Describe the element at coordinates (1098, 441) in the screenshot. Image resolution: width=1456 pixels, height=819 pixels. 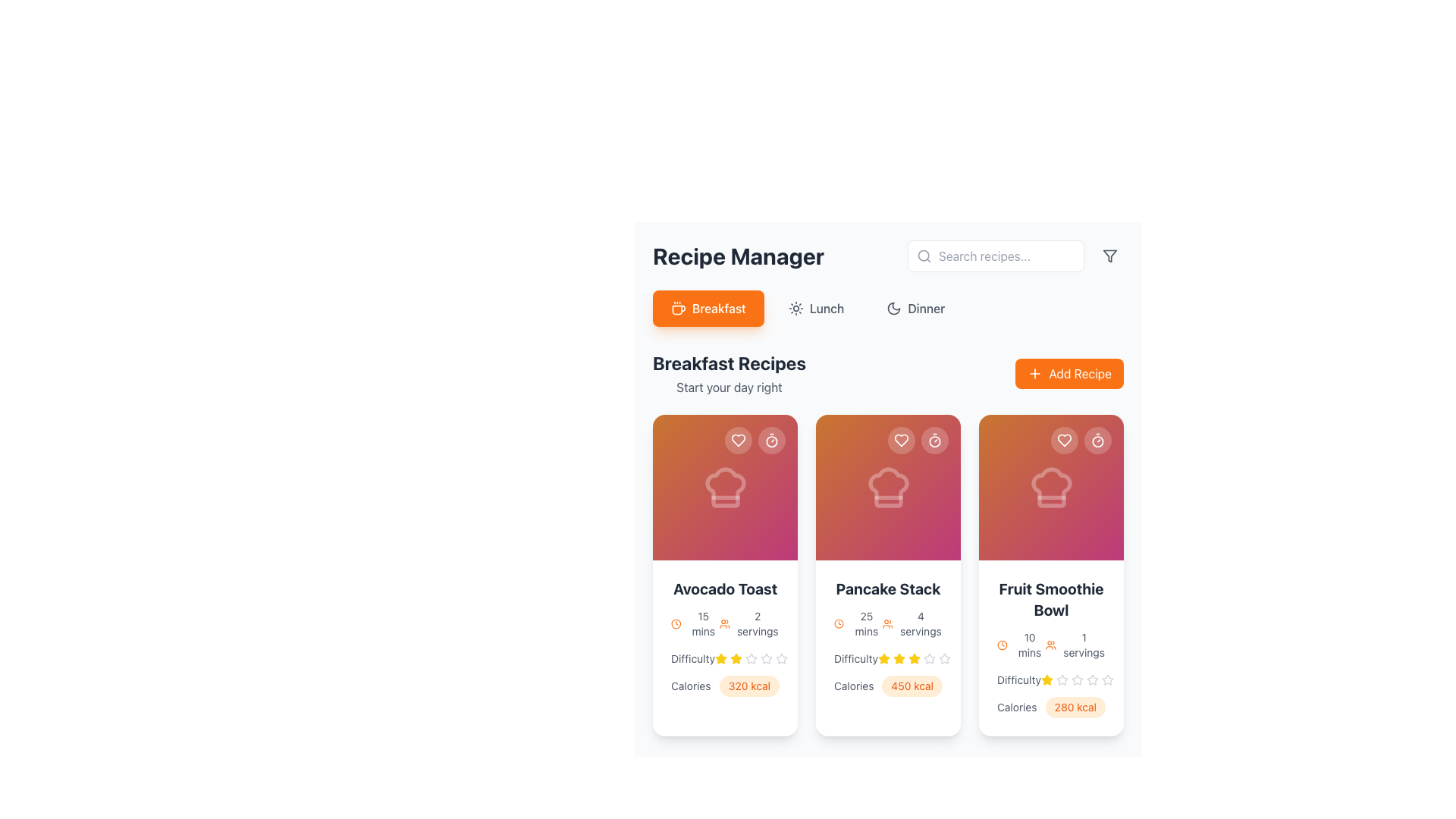
I see `the interactive timer icon located in the upper-right corner of the third recipe card, which is centered inside a semi-transparent circular button` at that location.